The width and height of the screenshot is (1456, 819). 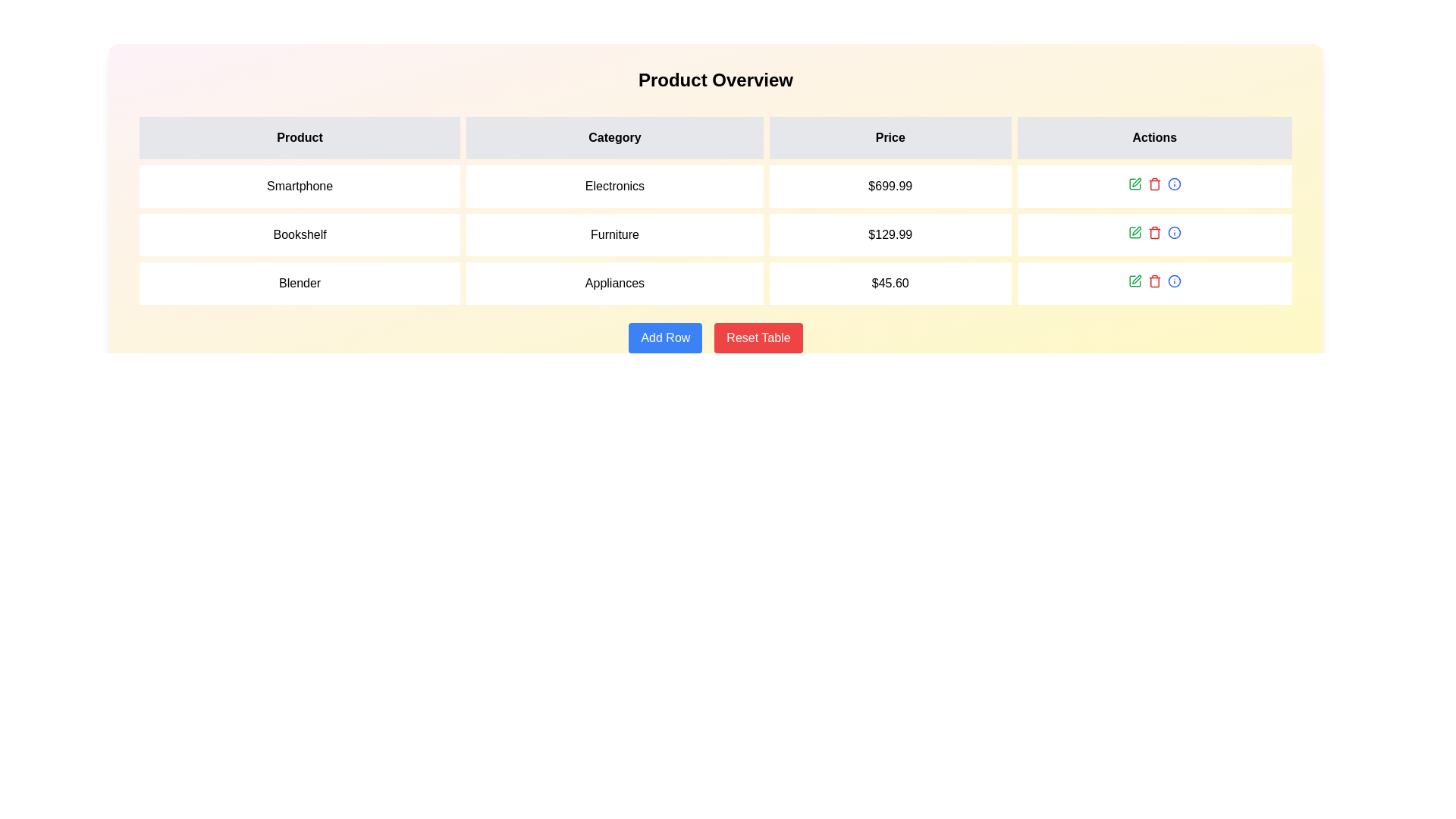 What do you see at coordinates (1173, 281) in the screenshot?
I see `the informational icon button located in the 'Actions' column of the third row of the table for the Blender product to invoke its help-related action` at bounding box center [1173, 281].